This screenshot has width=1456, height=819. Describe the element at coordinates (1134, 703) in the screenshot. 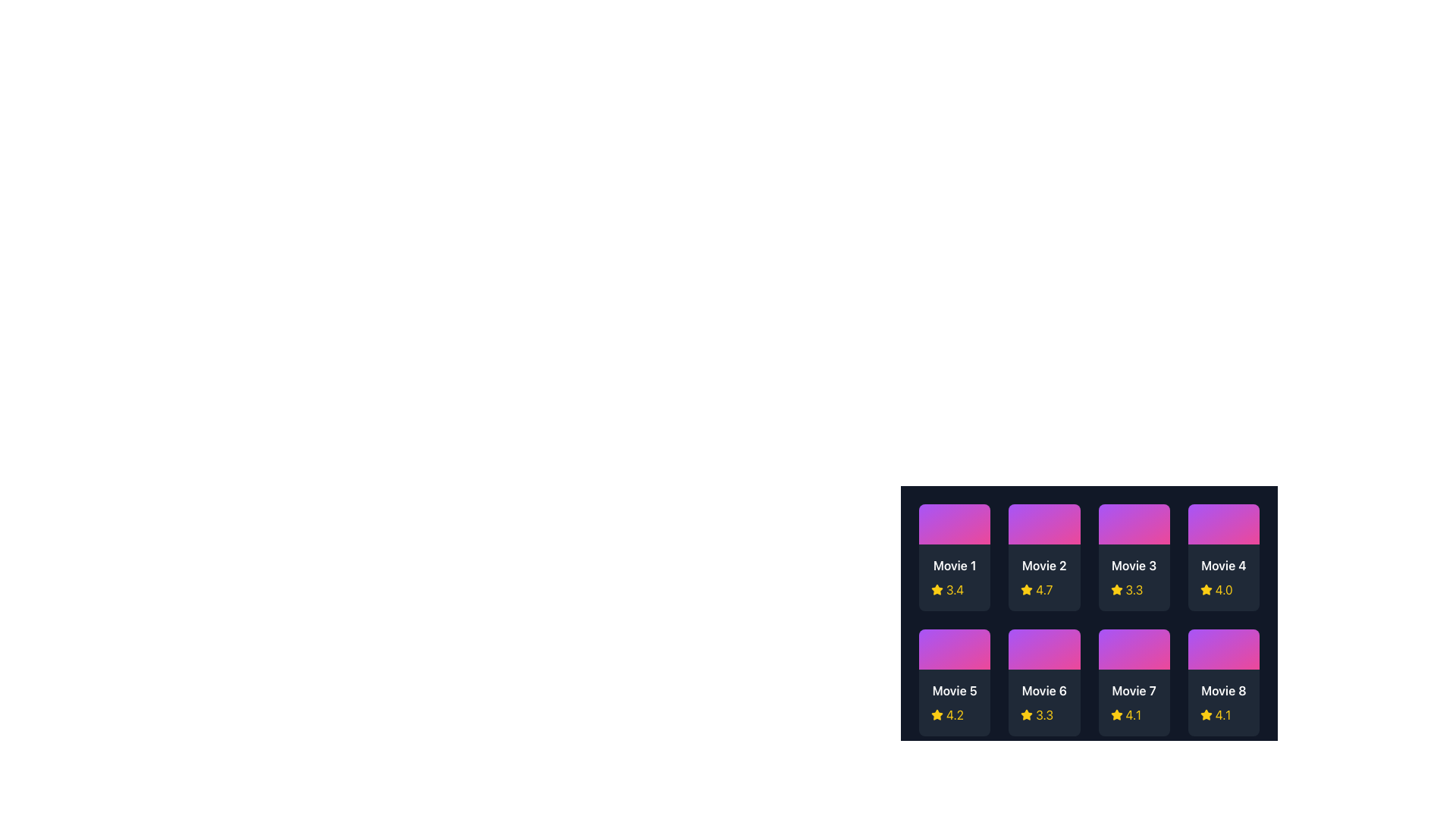

I see `the static informational component displaying the movie's title and rating located in the second row, third column of the grid layout` at that location.